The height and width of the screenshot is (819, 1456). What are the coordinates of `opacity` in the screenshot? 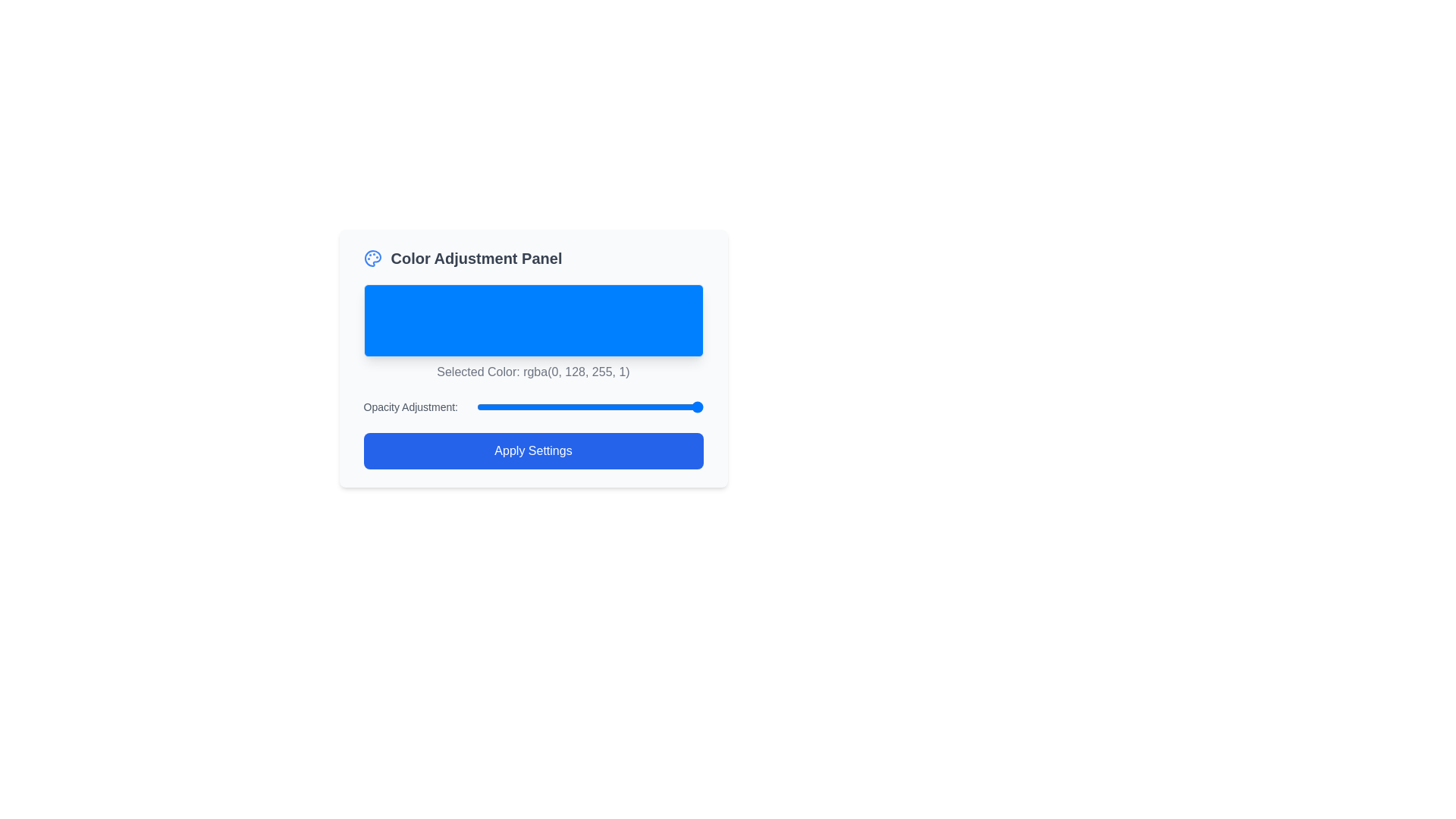 It's located at (475, 406).